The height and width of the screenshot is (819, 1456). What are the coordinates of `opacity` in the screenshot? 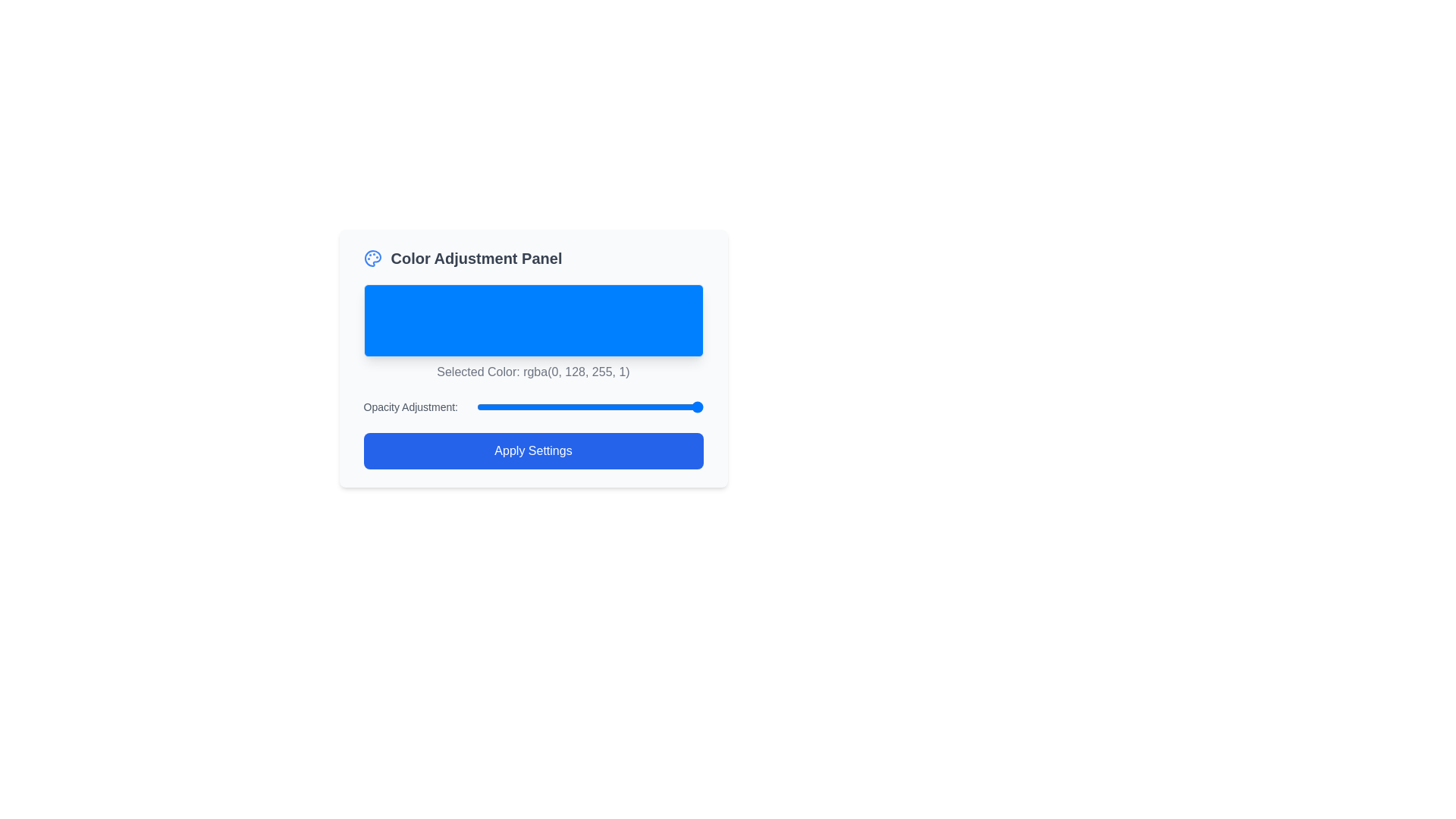 It's located at (475, 406).